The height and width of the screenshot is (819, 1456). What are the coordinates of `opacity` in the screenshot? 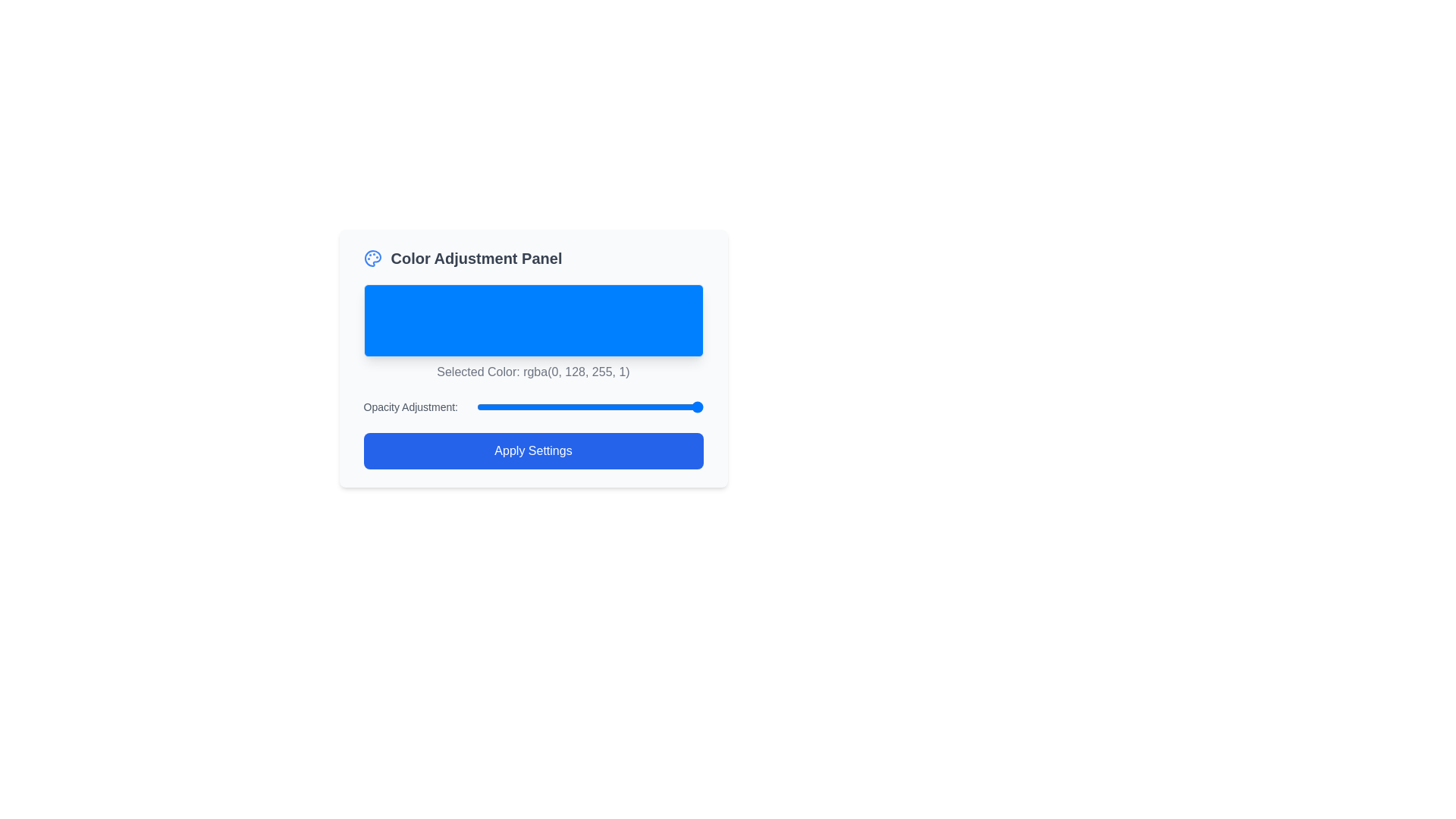 It's located at (475, 406).